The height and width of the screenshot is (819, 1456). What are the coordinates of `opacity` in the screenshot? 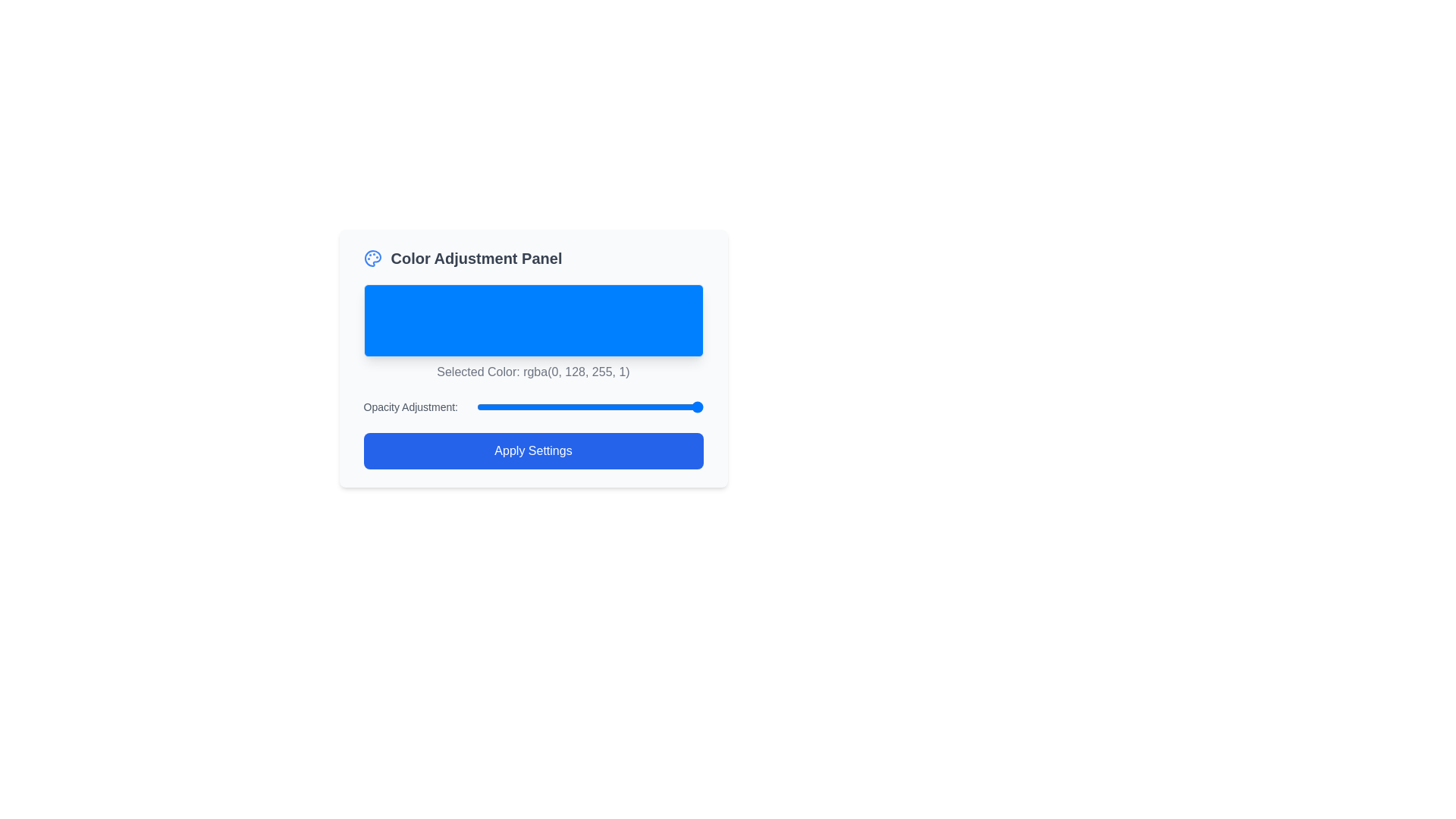 It's located at (475, 406).